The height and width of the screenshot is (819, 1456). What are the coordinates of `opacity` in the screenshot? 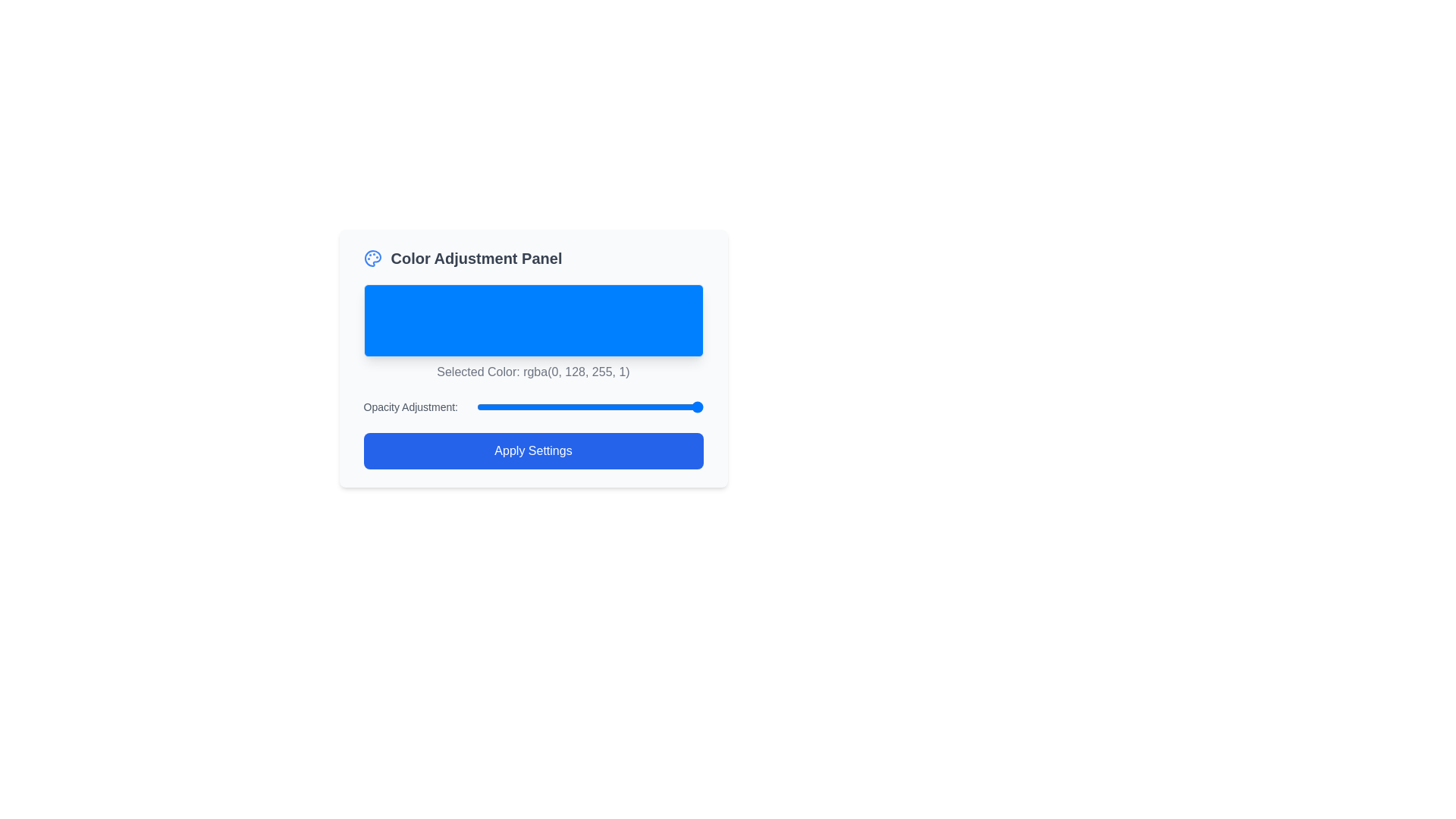 It's located at (475, 406).